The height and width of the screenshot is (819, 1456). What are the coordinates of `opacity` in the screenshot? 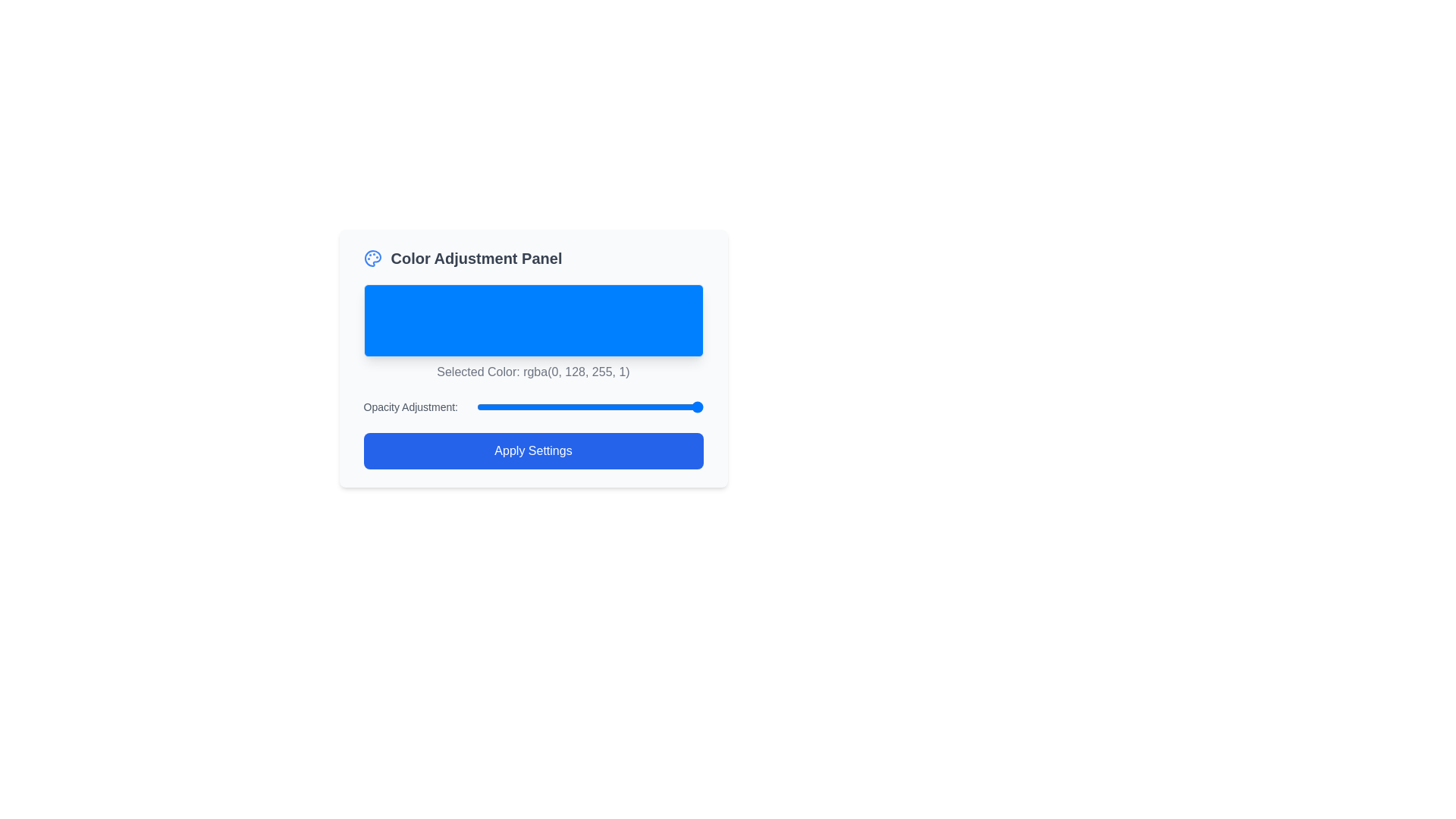 It's located at (475, 406).